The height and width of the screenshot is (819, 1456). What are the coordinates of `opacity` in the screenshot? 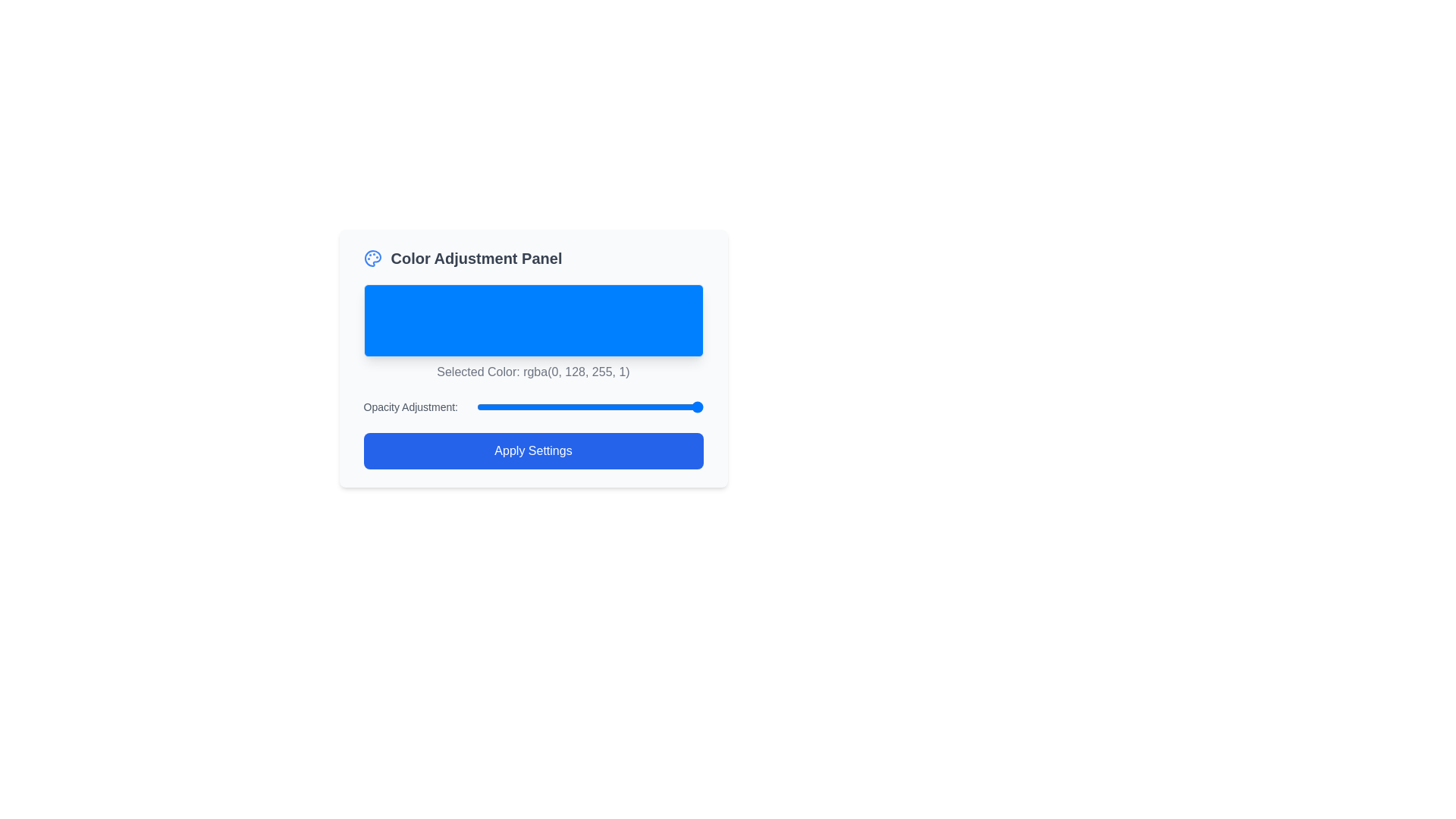 It's located at (475, 406).